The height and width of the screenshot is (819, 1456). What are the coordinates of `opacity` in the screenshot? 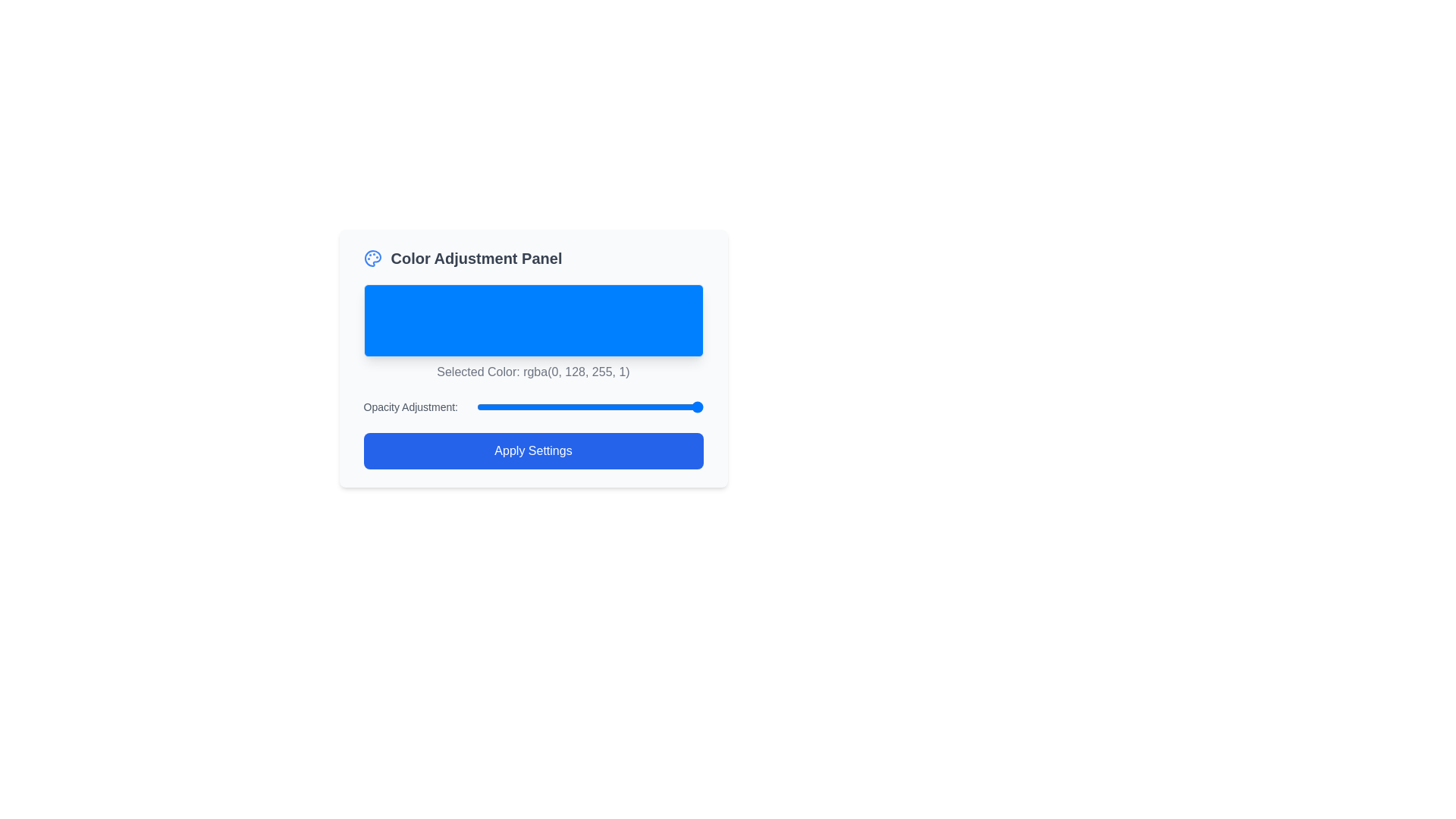 It's located at (475, 406).